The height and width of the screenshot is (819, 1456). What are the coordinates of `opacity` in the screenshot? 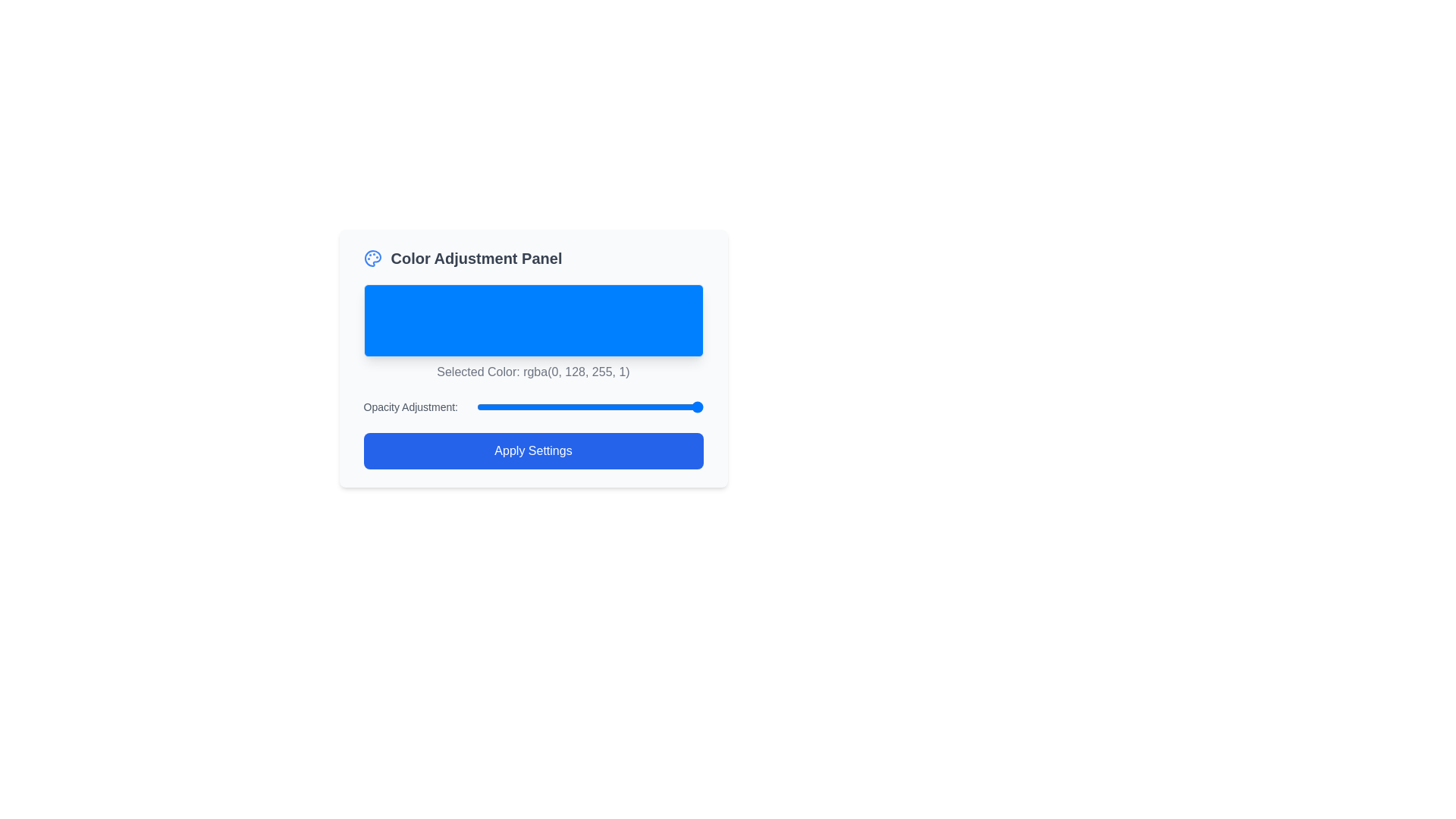 It's located at (475, 406).